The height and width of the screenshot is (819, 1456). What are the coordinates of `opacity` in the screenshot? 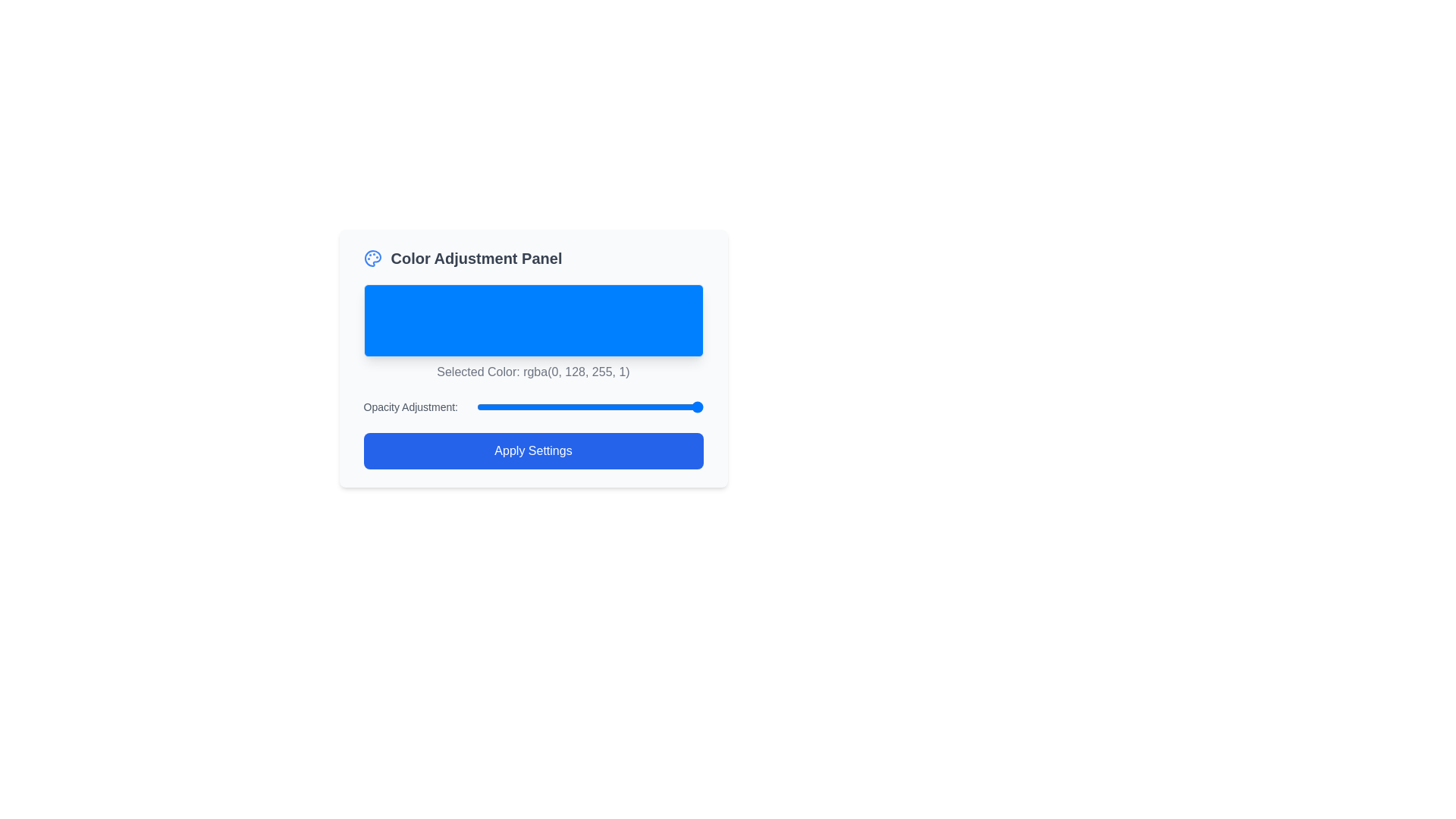 It's located at (475, 406).